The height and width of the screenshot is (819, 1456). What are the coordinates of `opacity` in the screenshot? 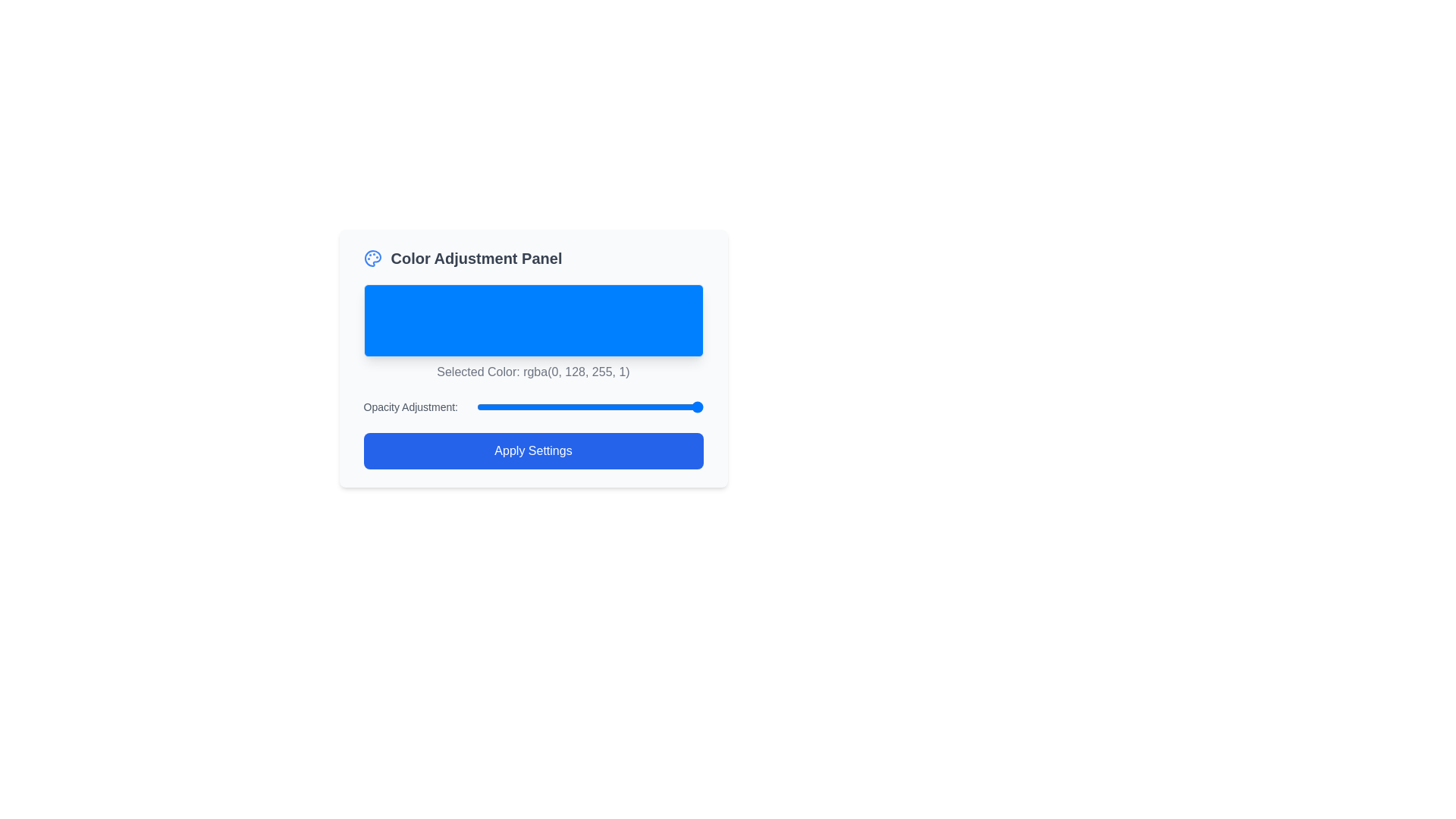 It's located at (475, 406).